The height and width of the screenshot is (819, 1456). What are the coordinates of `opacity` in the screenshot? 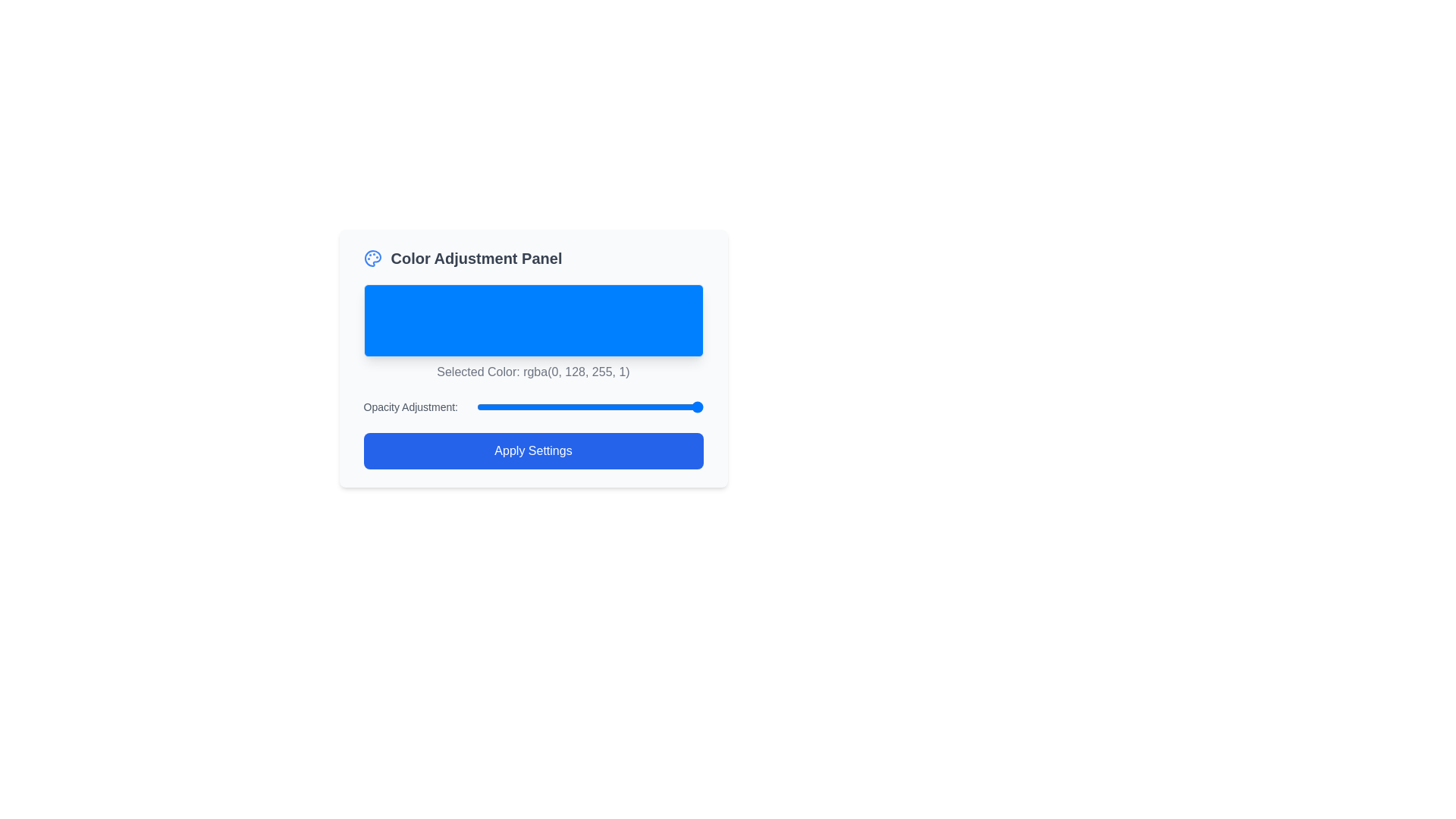 It's located at (475, 406).